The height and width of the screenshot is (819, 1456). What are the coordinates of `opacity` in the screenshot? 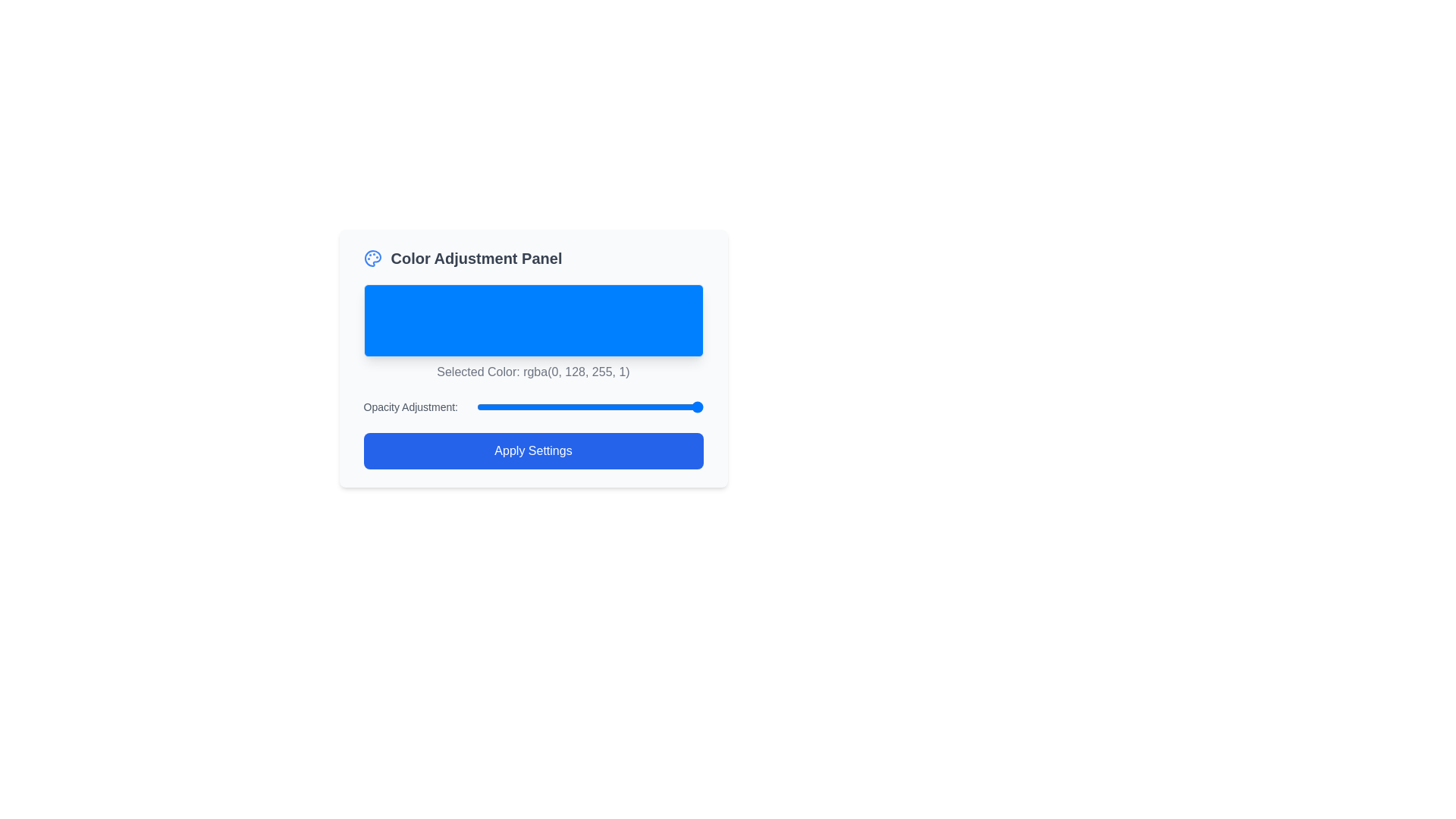 It's located at (475, 406).